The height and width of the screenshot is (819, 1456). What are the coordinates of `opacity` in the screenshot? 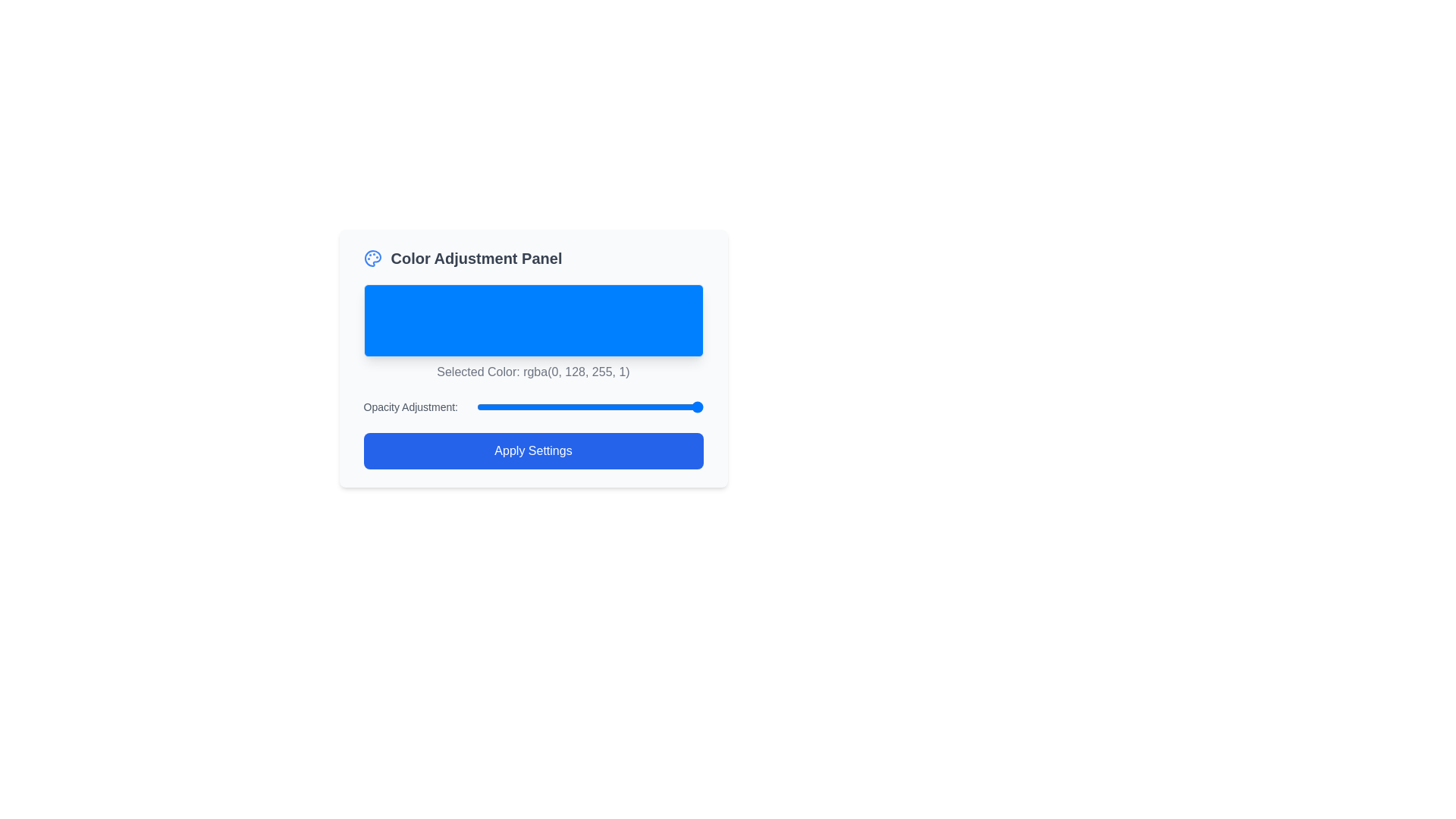 It's located at (475, 406).